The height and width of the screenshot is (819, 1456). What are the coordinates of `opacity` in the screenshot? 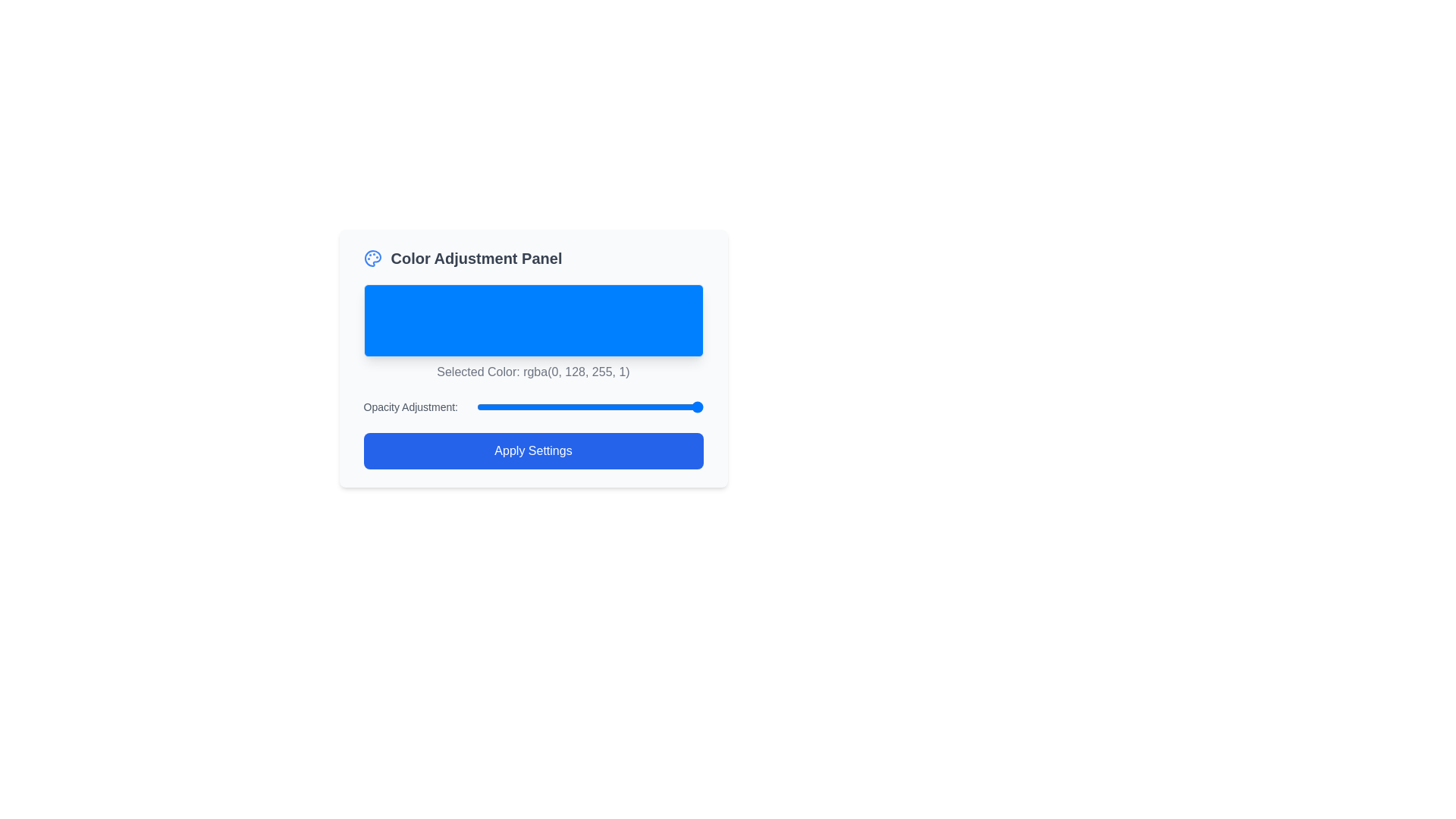 It's located at (475, 406).